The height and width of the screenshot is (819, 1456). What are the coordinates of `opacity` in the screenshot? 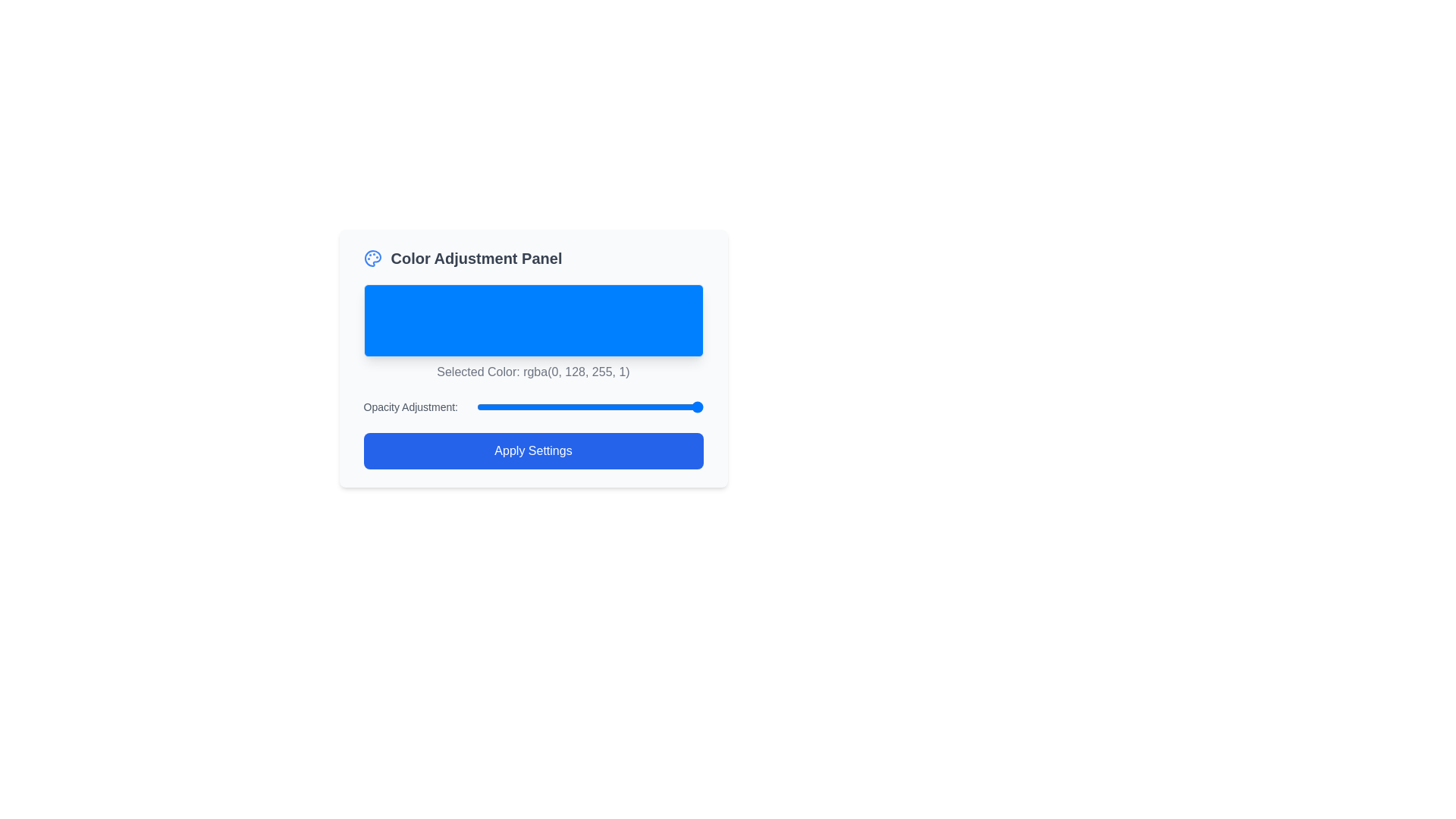 It's located at (475, 406).